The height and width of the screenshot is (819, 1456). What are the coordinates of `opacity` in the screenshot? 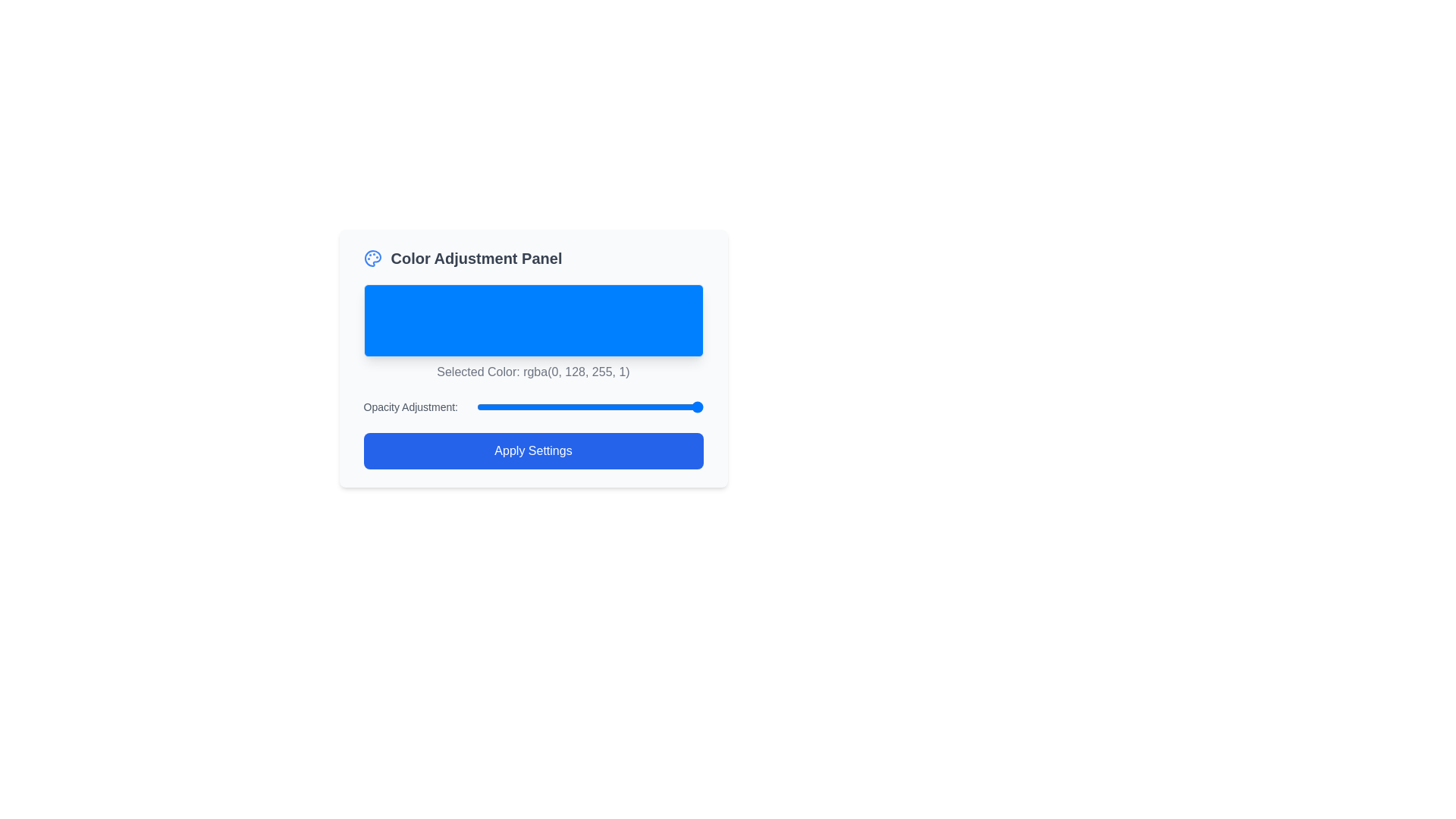 It's located at (475, 406).